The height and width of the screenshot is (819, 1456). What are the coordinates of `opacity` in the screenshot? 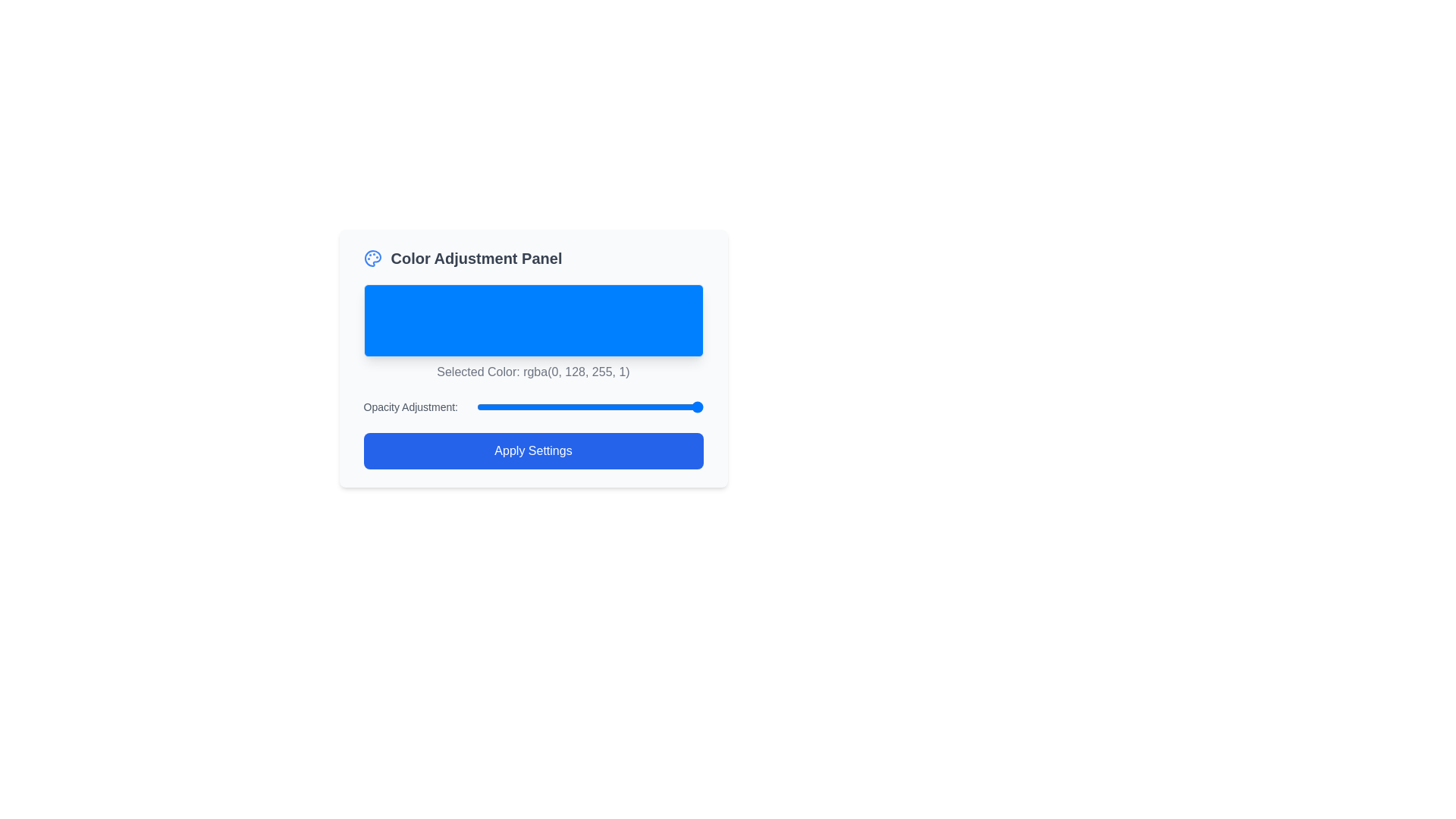 It's located at (475, 406).